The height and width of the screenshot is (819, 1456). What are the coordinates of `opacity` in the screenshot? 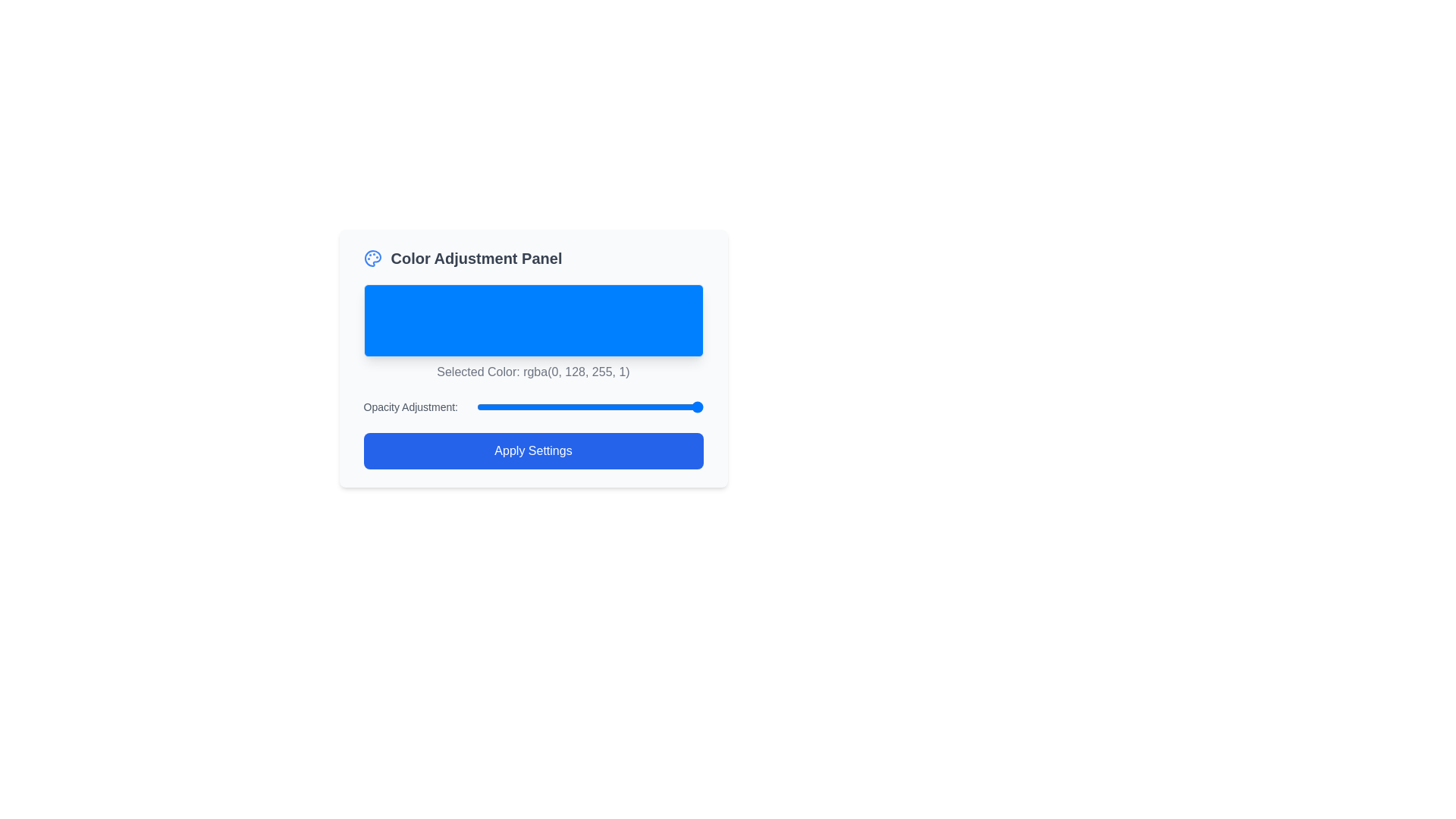 It's located at (475, 406).